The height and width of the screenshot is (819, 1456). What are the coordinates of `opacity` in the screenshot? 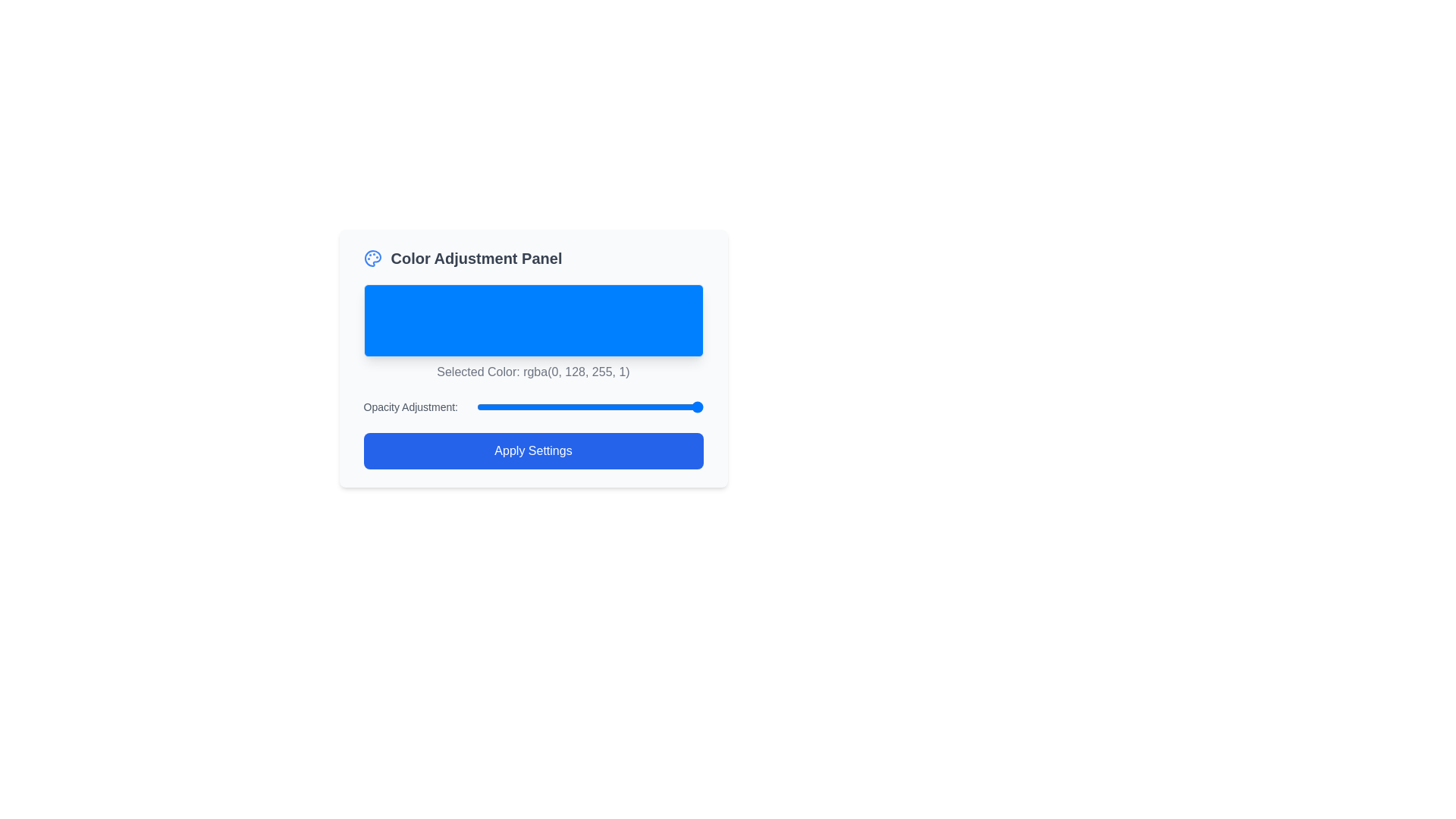 It's located at (475, 406).